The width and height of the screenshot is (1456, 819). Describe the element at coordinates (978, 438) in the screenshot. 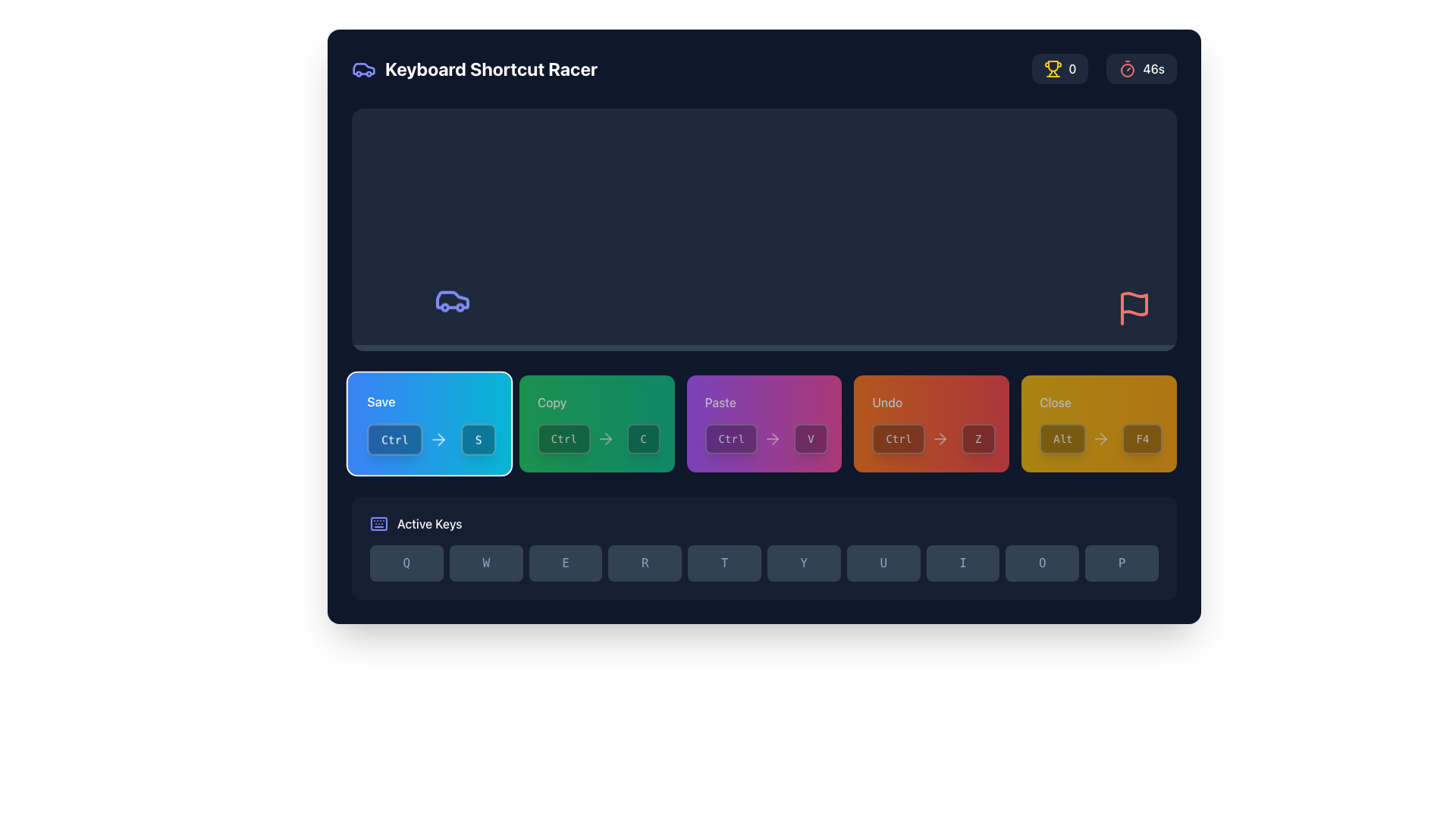

I see `the keyboard key representation` at that location.